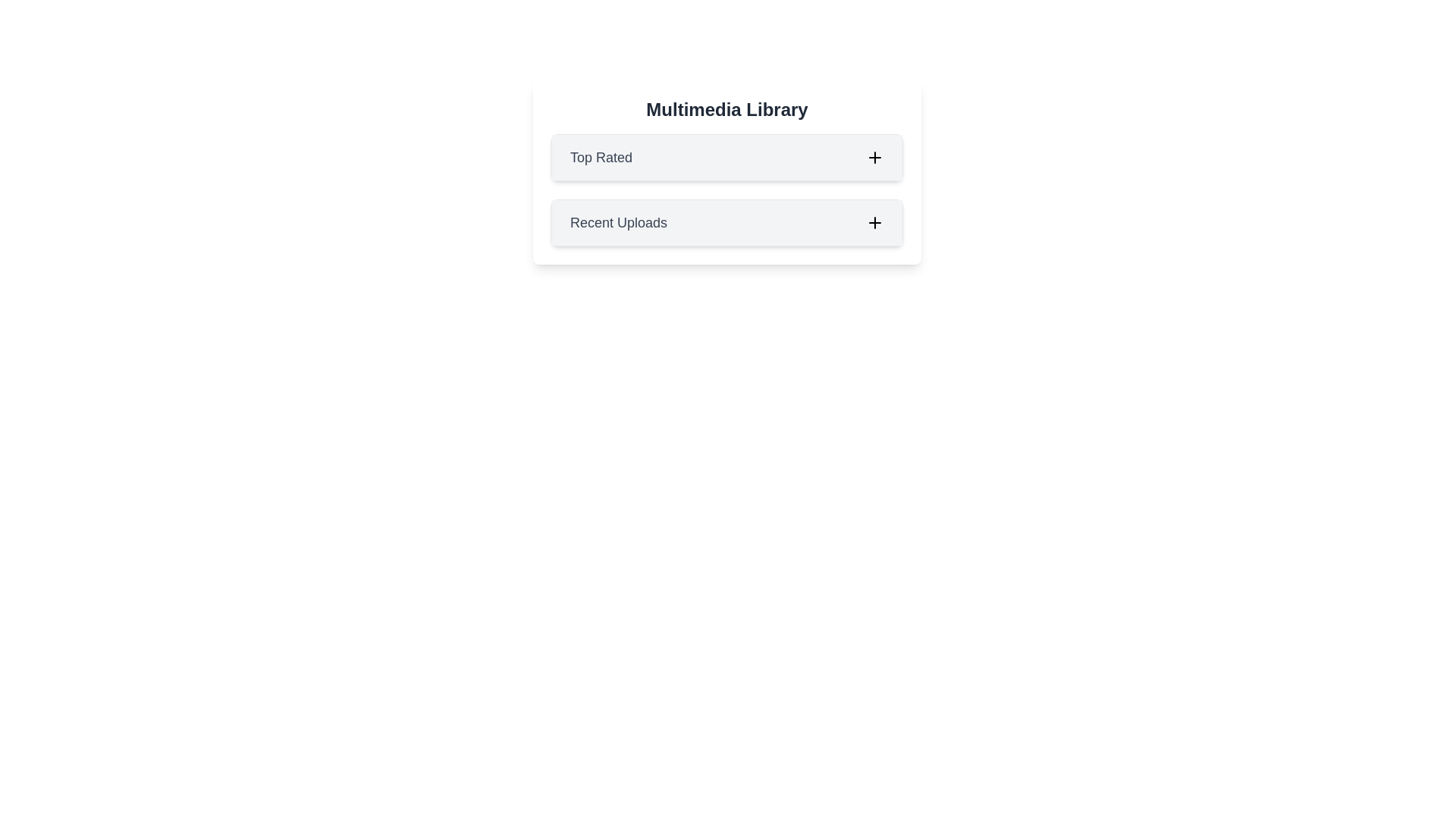 The image size is (1456, 819). What do you see at coordinates (726, 222) in the screenshot?
I see `the header of the category Recent Uploads to toggle its expanded state` at bounding box center [726, 222].